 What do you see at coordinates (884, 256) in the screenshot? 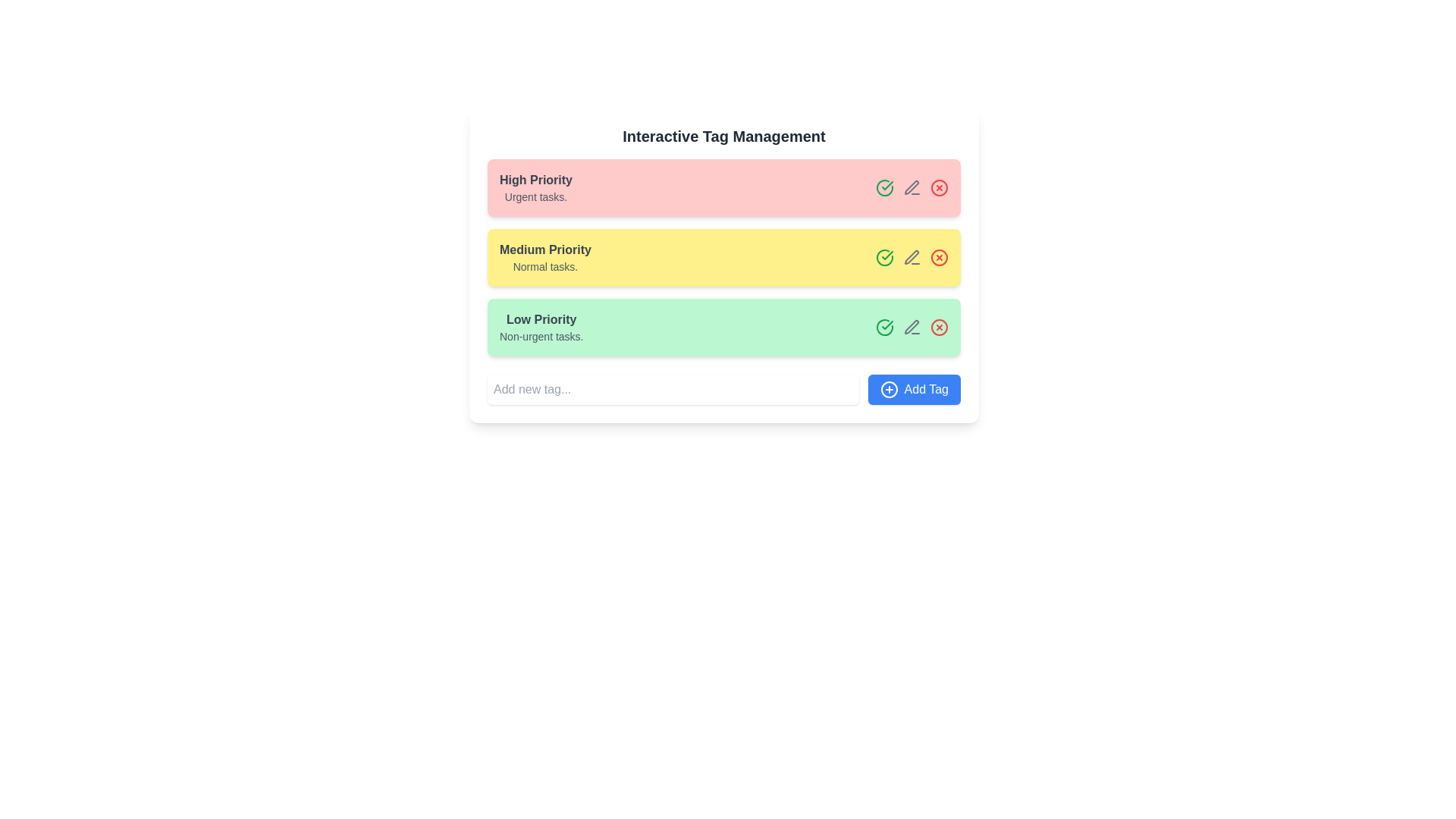
I see `the circular icon with a checkmark inside it, which is styled with a green outline and associated with the 'Medium Priority' label` at bounding box center [884, 256].